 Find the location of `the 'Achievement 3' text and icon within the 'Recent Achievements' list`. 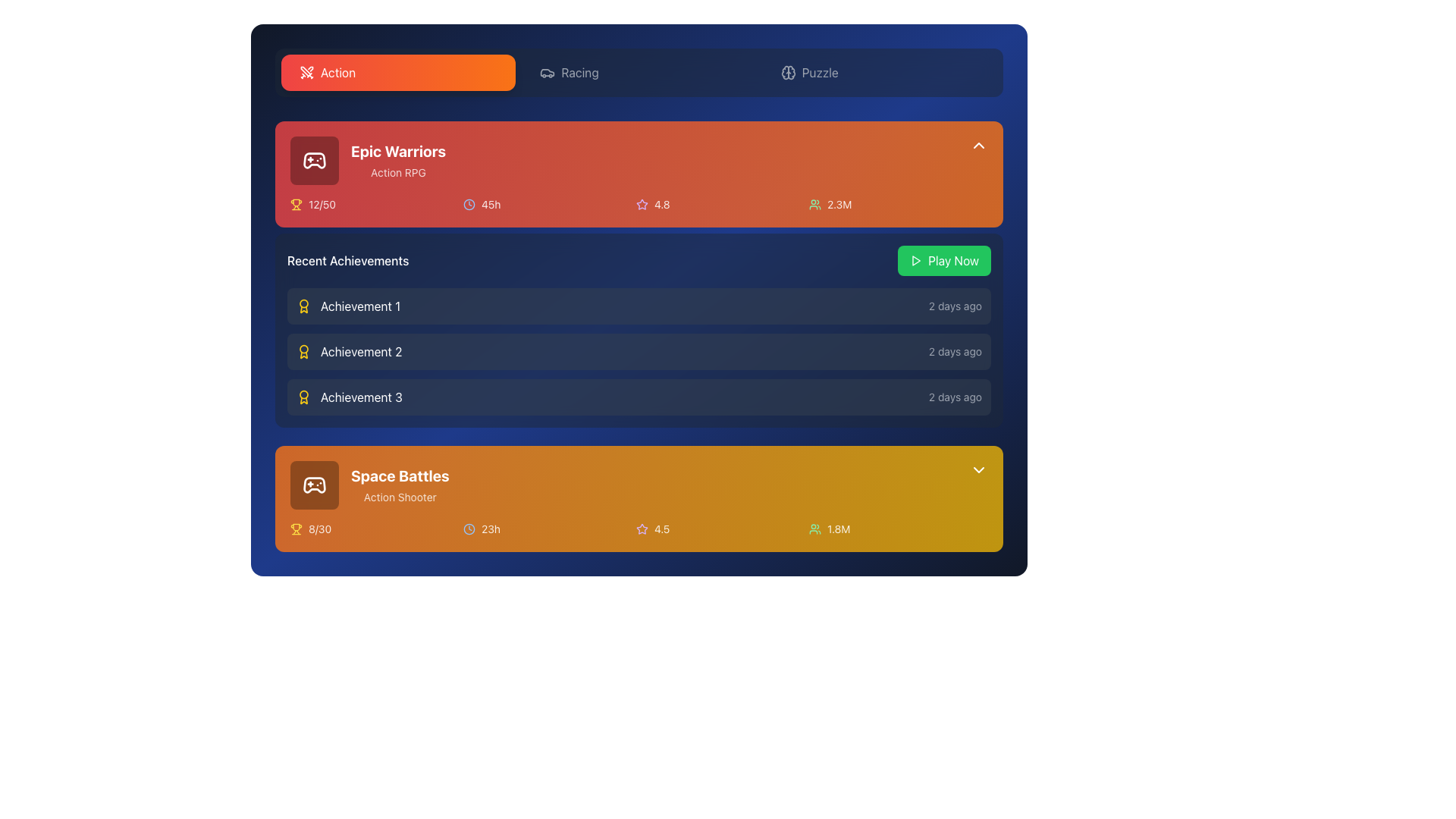

the 'Achievement 3' text and icon within the 'Recent Achievements' list is located at coordinates (348, 397).